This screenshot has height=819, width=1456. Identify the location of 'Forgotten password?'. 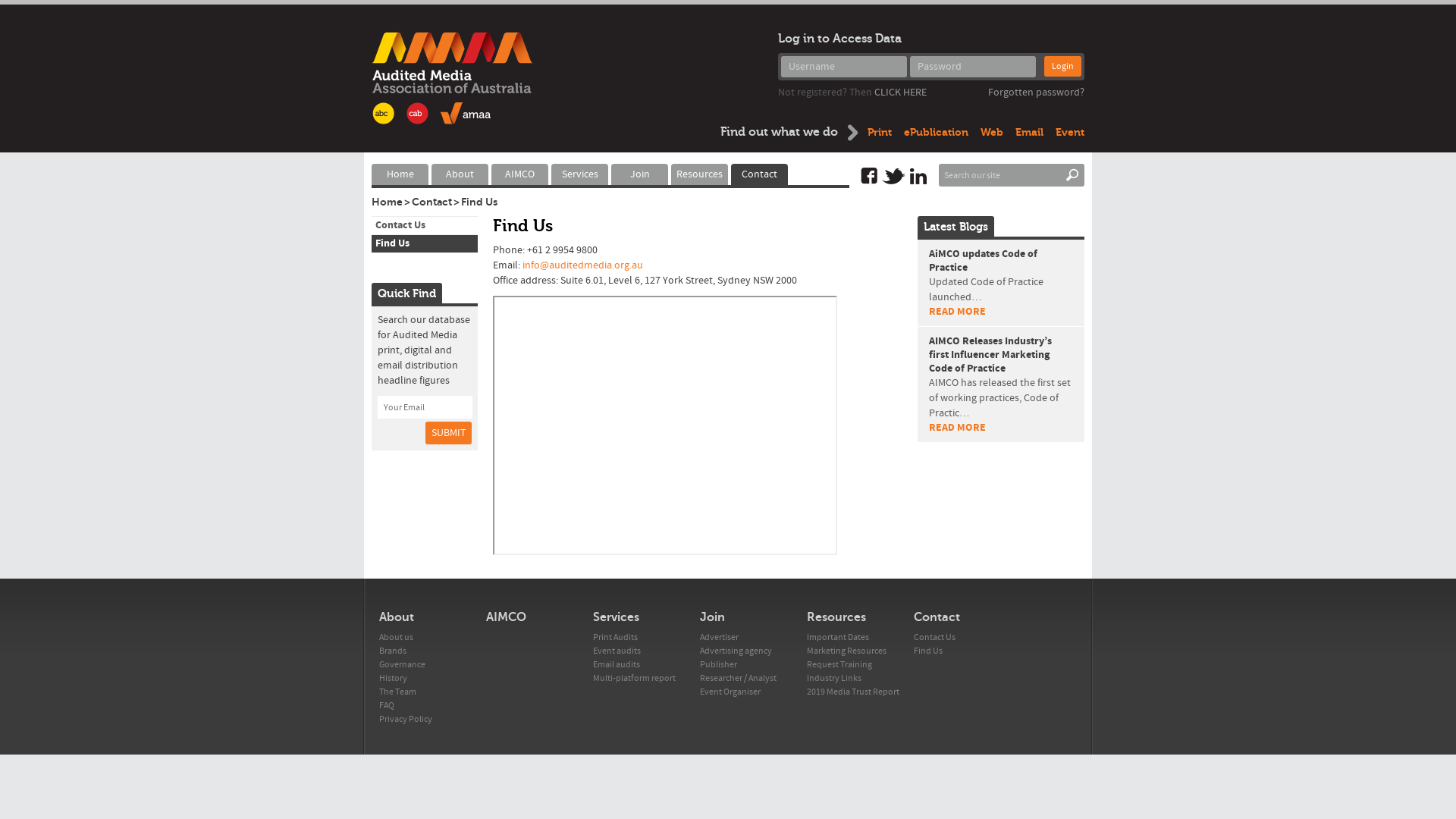
(987, 93).